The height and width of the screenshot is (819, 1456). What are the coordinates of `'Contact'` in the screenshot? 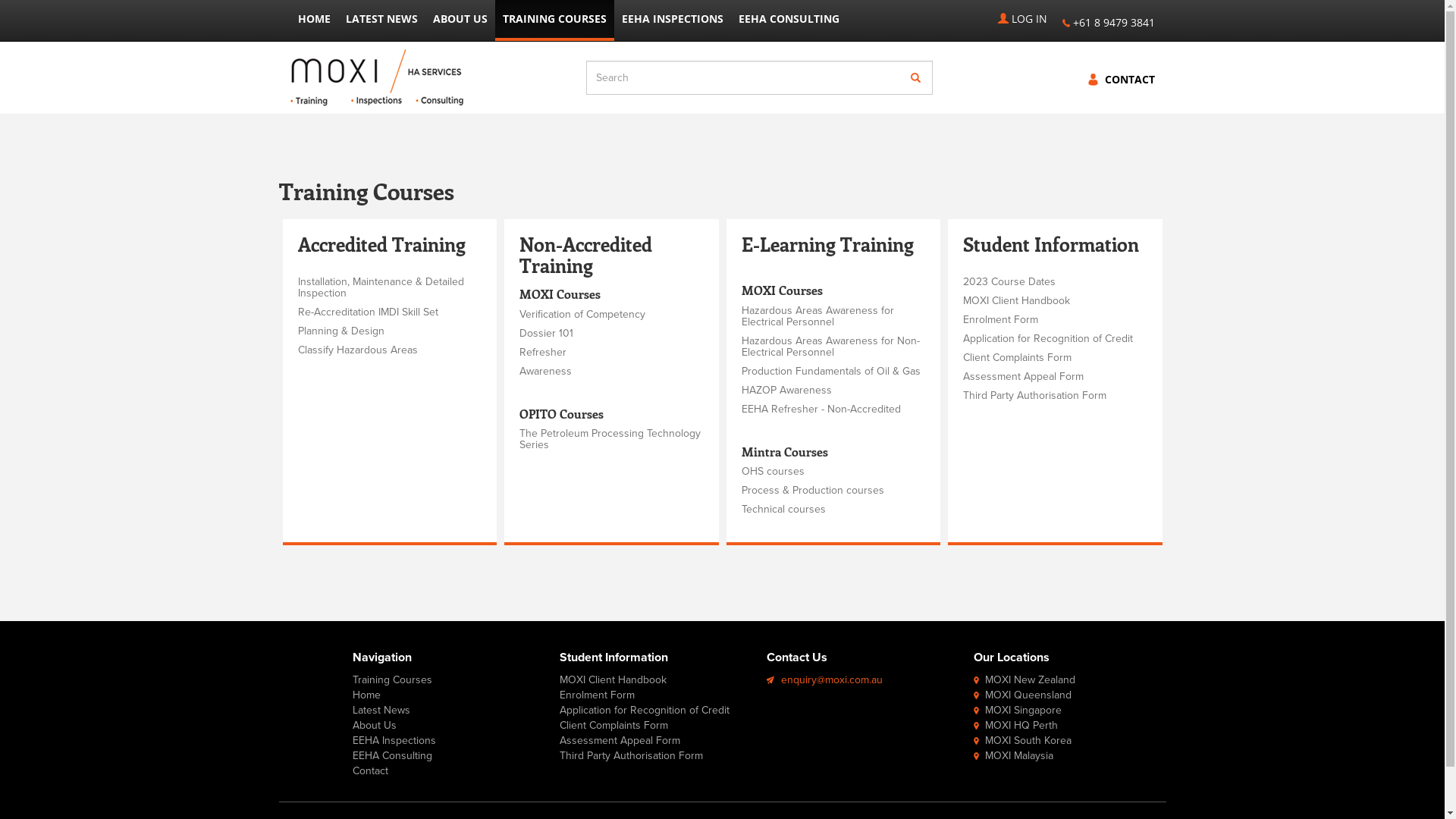 It's located at (370, 770).